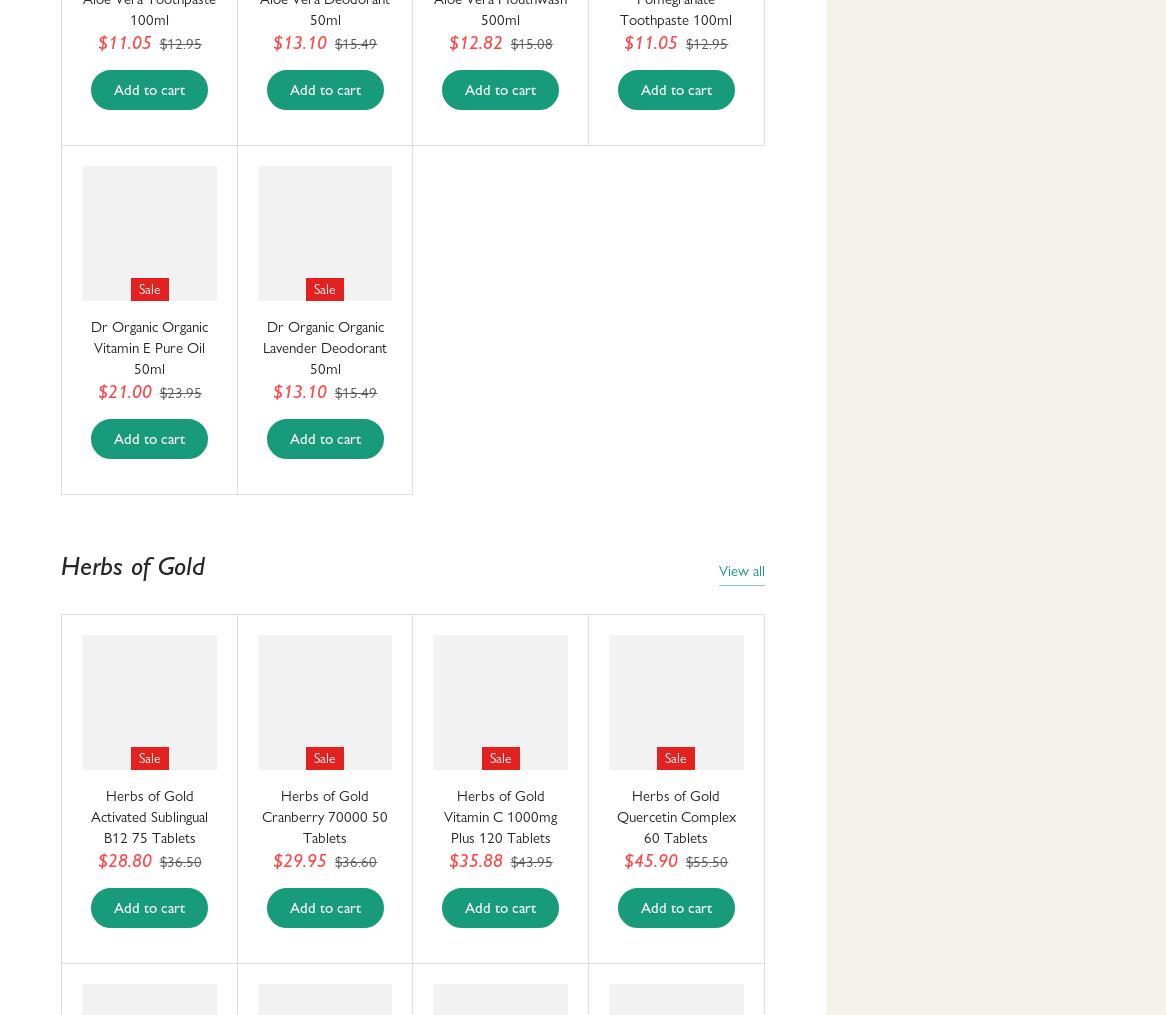 This screenshot has height=1015, width=1166. What do you see at coordinates (323, 816) in the screenshot?
I see `'Herbs of Gold Cranberry 70000 50 Tablets'` at bounding box center [323, 816].